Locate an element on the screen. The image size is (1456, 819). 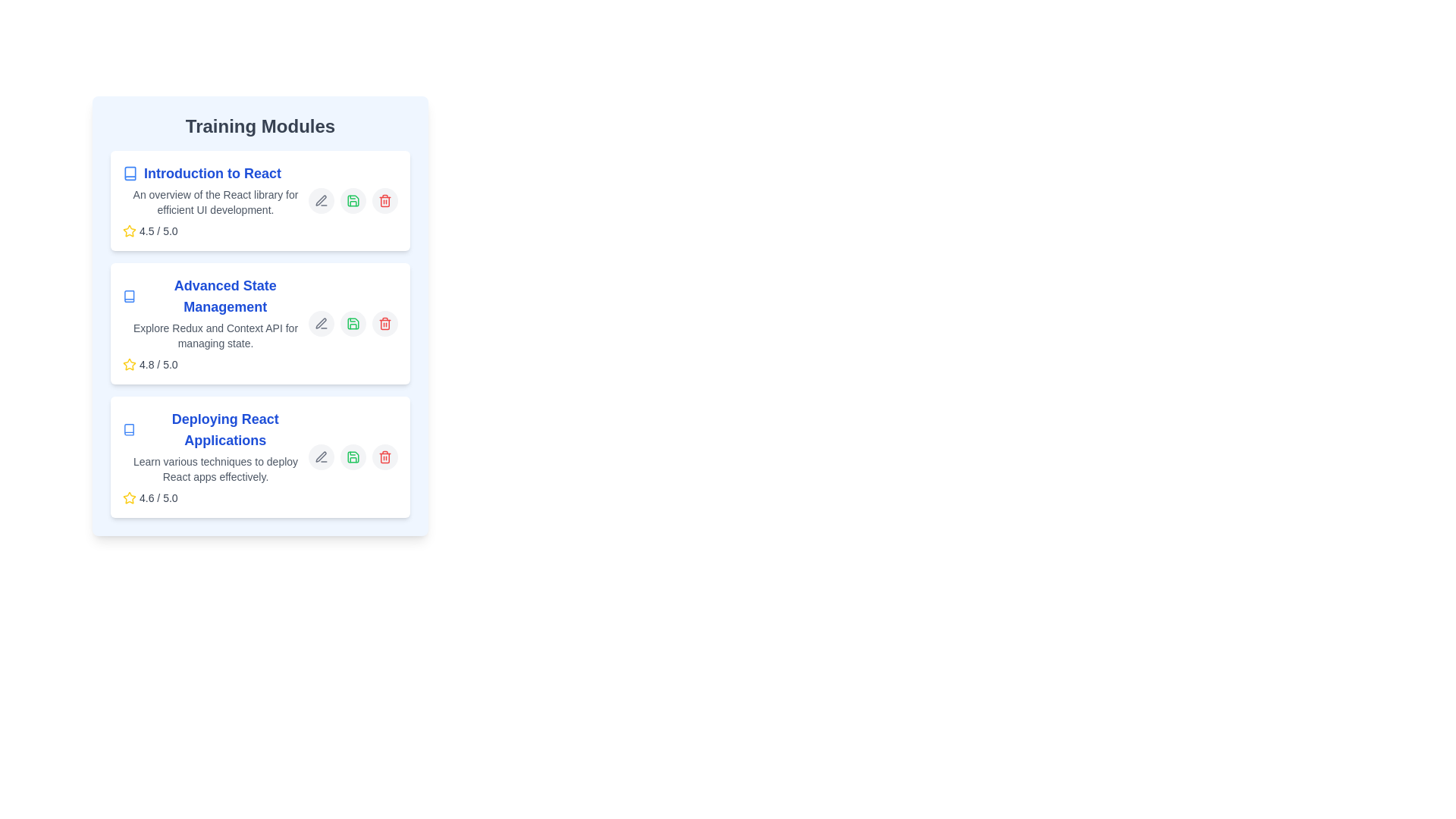
the gray pen icon button located to the right of the title and description of the 'Introduction to React' training module is located at coordinates (320, 200).